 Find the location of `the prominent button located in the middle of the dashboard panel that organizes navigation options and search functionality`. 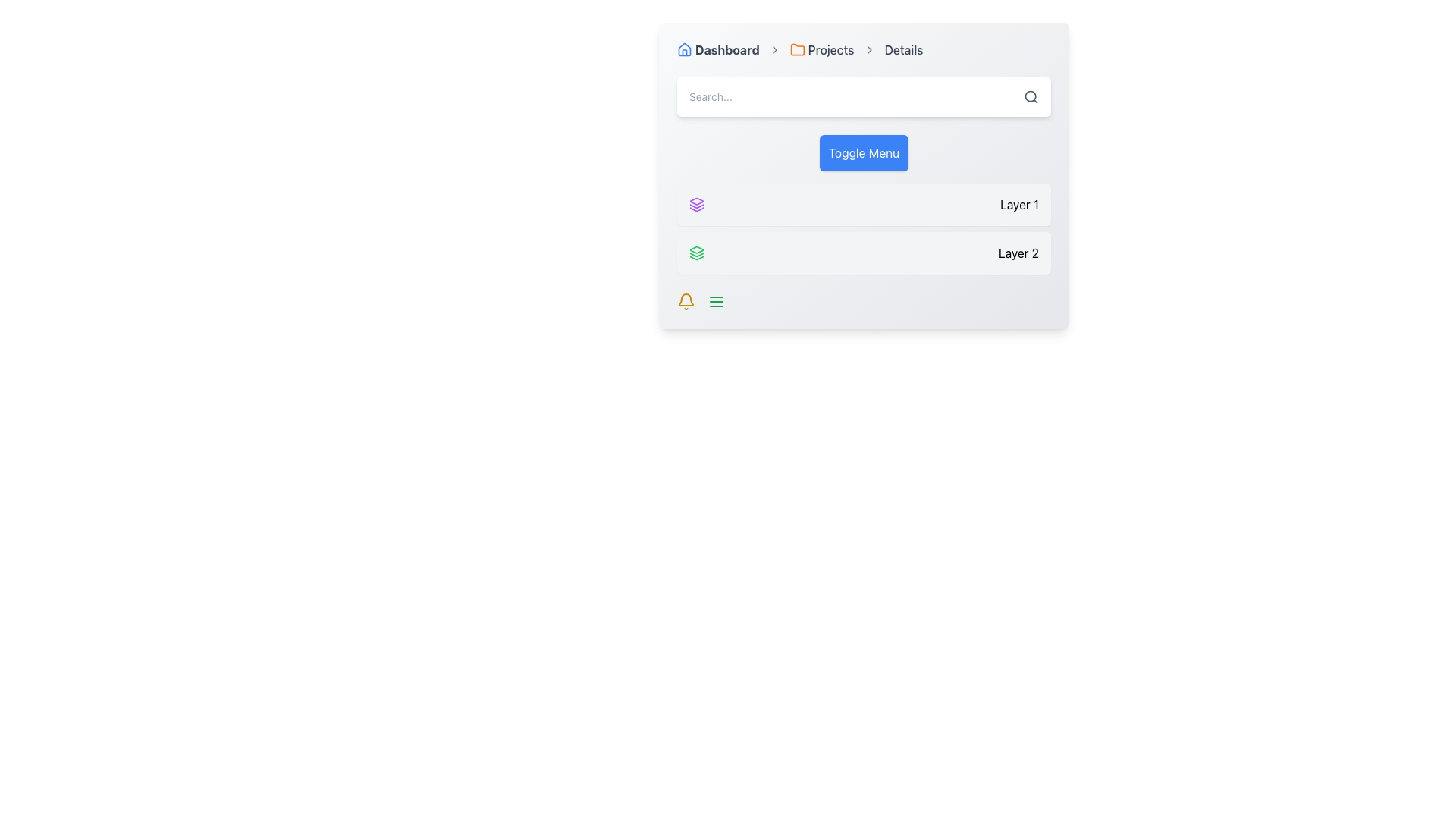

the prominent button located in the middle of the dashboard panel that organizes navigation options and search functionality is located at coordinates (864, 174).